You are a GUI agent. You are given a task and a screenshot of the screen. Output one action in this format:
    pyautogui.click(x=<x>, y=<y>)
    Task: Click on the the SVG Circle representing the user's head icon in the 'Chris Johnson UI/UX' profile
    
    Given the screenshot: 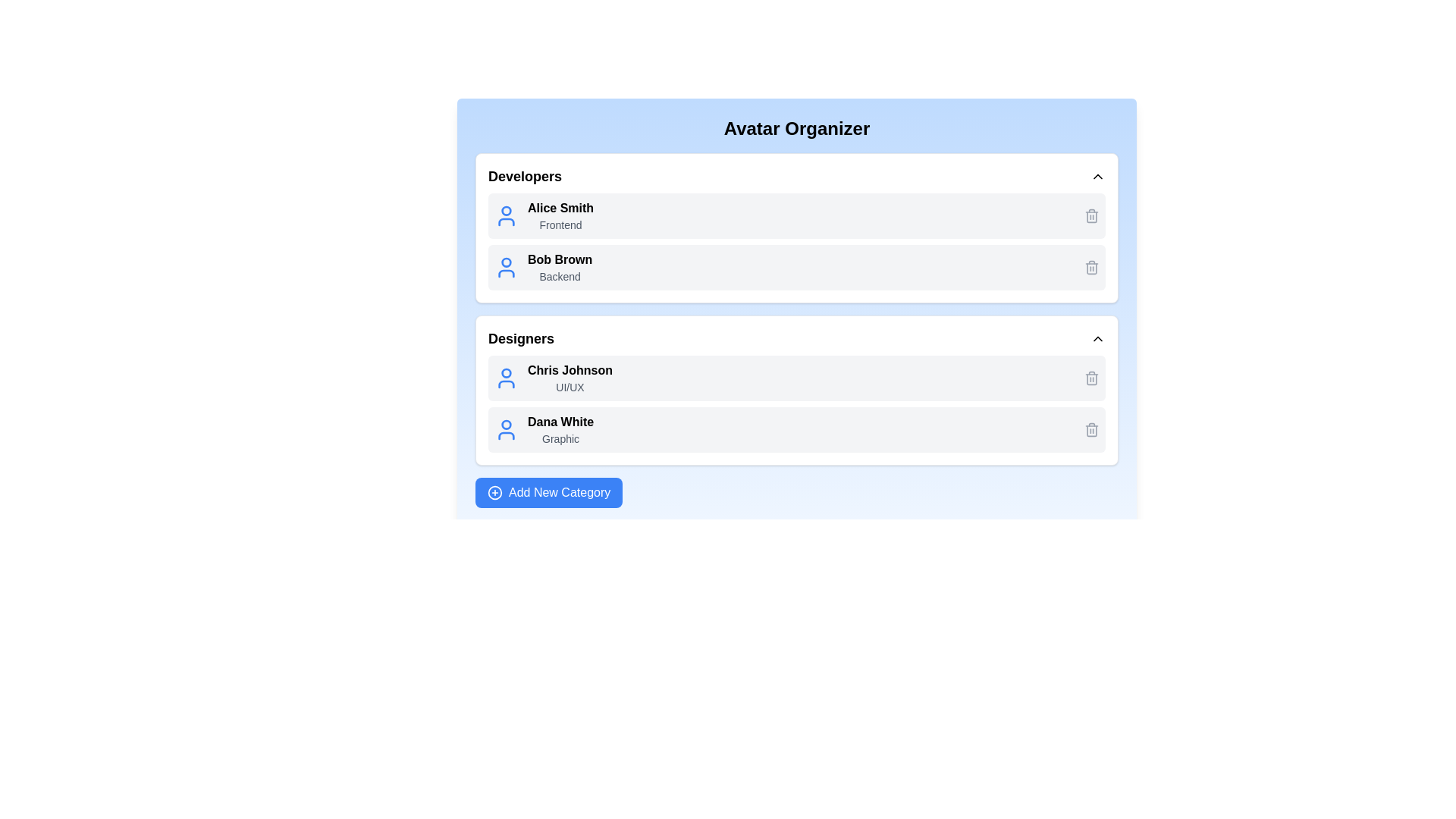 What is the action you would take?
    pyautogui.click(x=506, y=373)
    